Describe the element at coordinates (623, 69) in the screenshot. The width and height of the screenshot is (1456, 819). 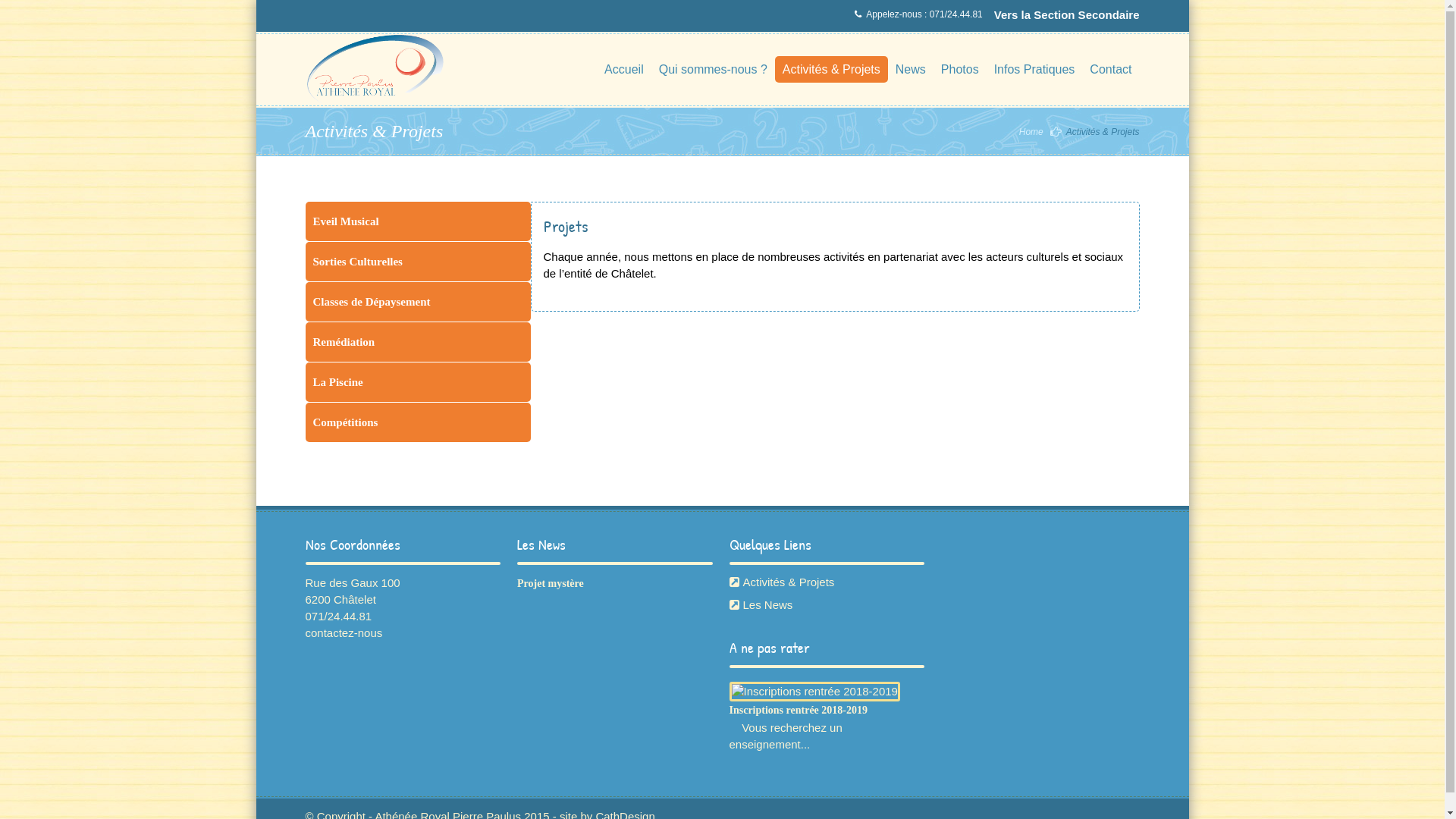
I see `'Accueil'` at that location.